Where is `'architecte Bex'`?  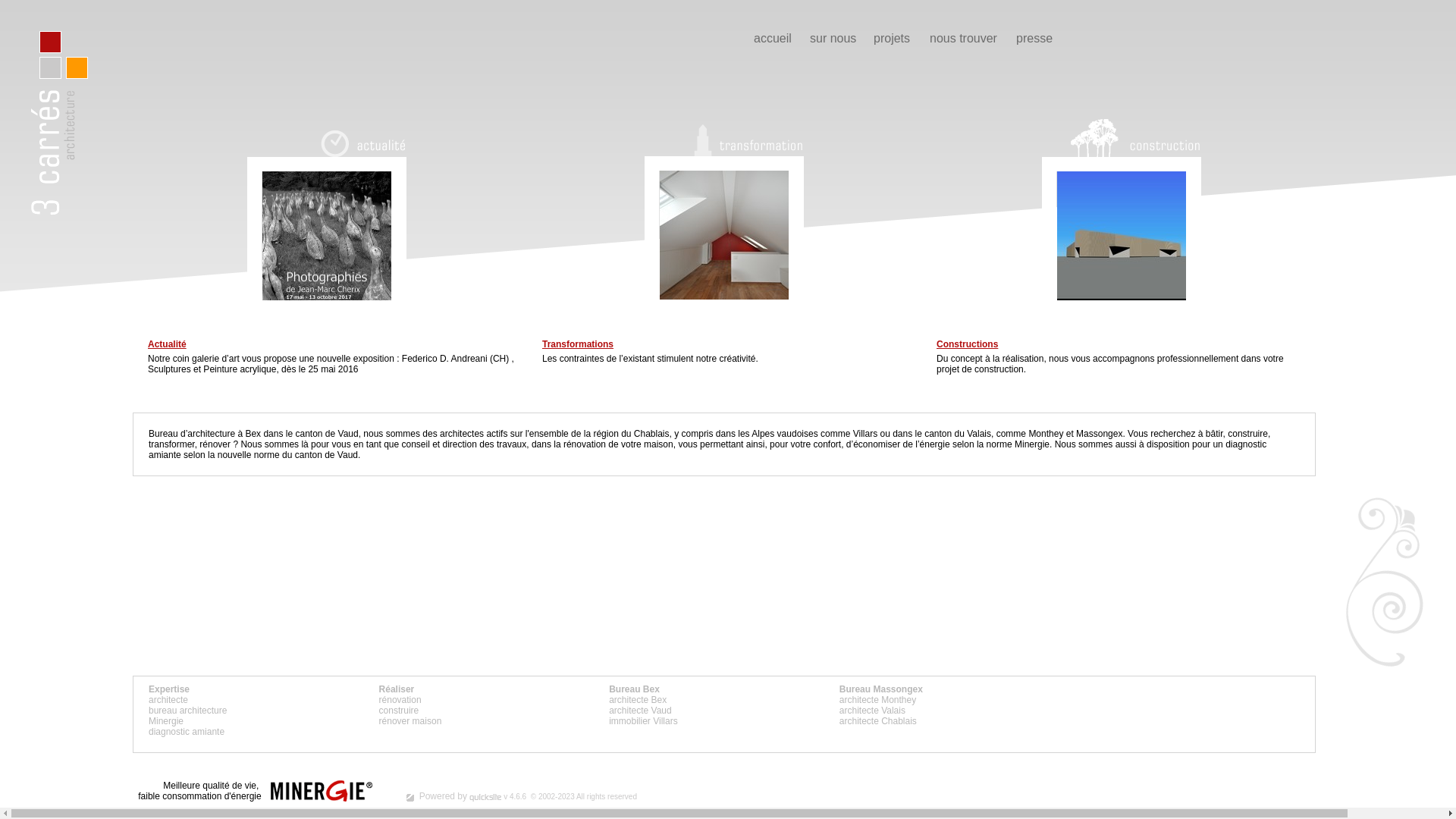
'architecte Bex' is located at coordinates (637, 699).